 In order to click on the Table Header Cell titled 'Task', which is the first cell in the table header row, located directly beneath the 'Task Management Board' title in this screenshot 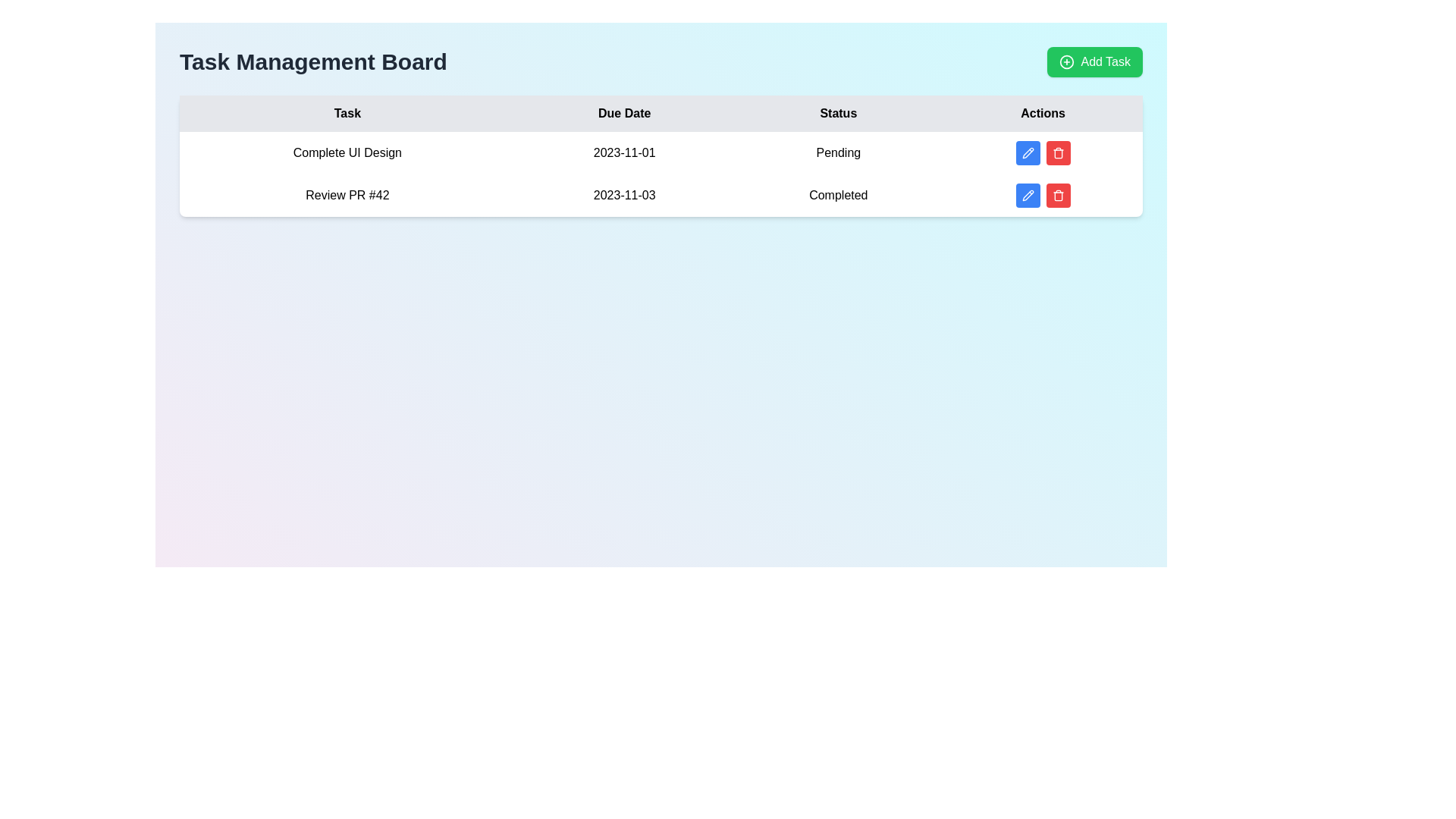, I will do `click(347, 113)`.